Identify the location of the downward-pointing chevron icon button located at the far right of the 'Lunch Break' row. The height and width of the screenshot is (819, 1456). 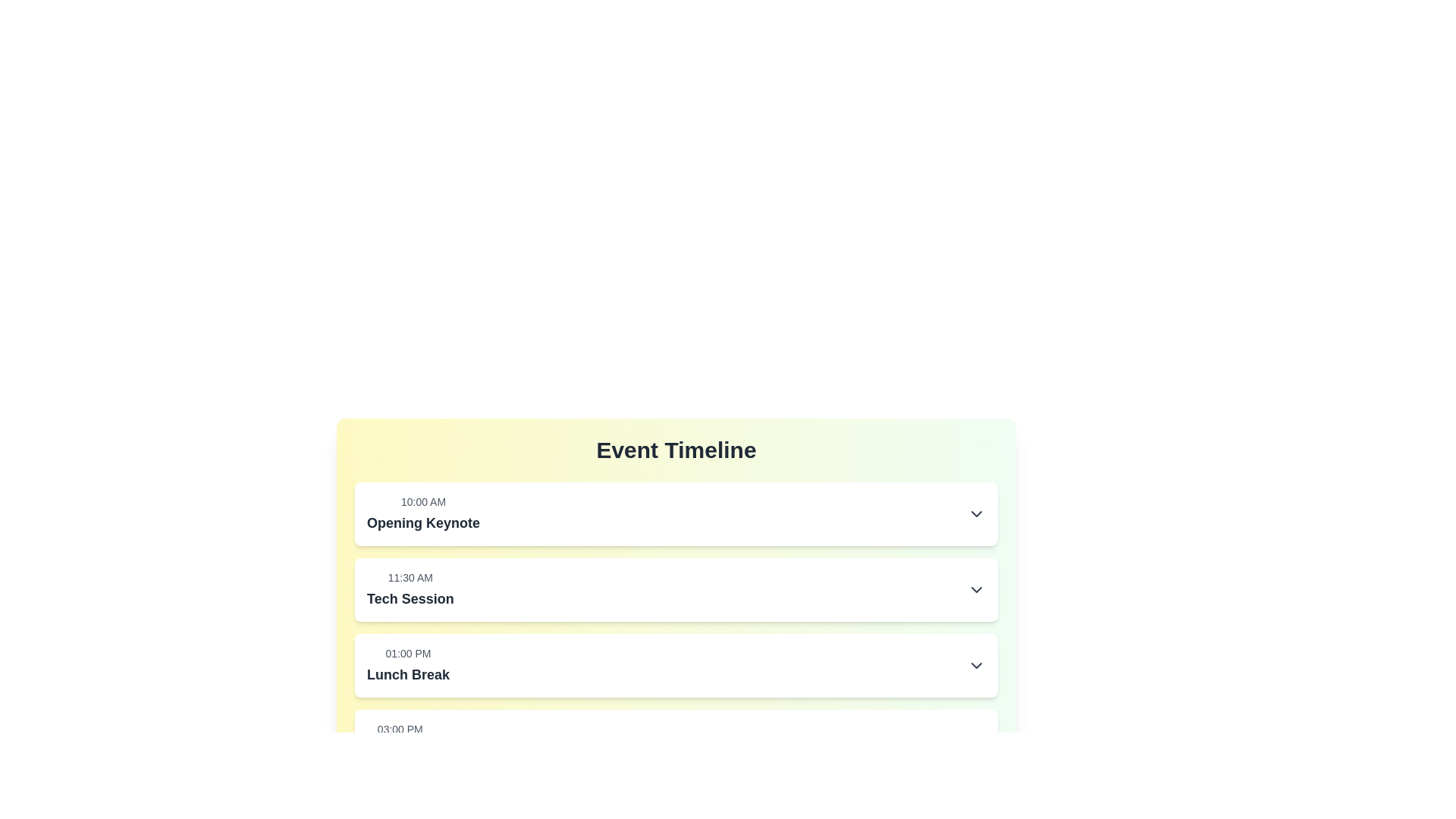
(976, 665).